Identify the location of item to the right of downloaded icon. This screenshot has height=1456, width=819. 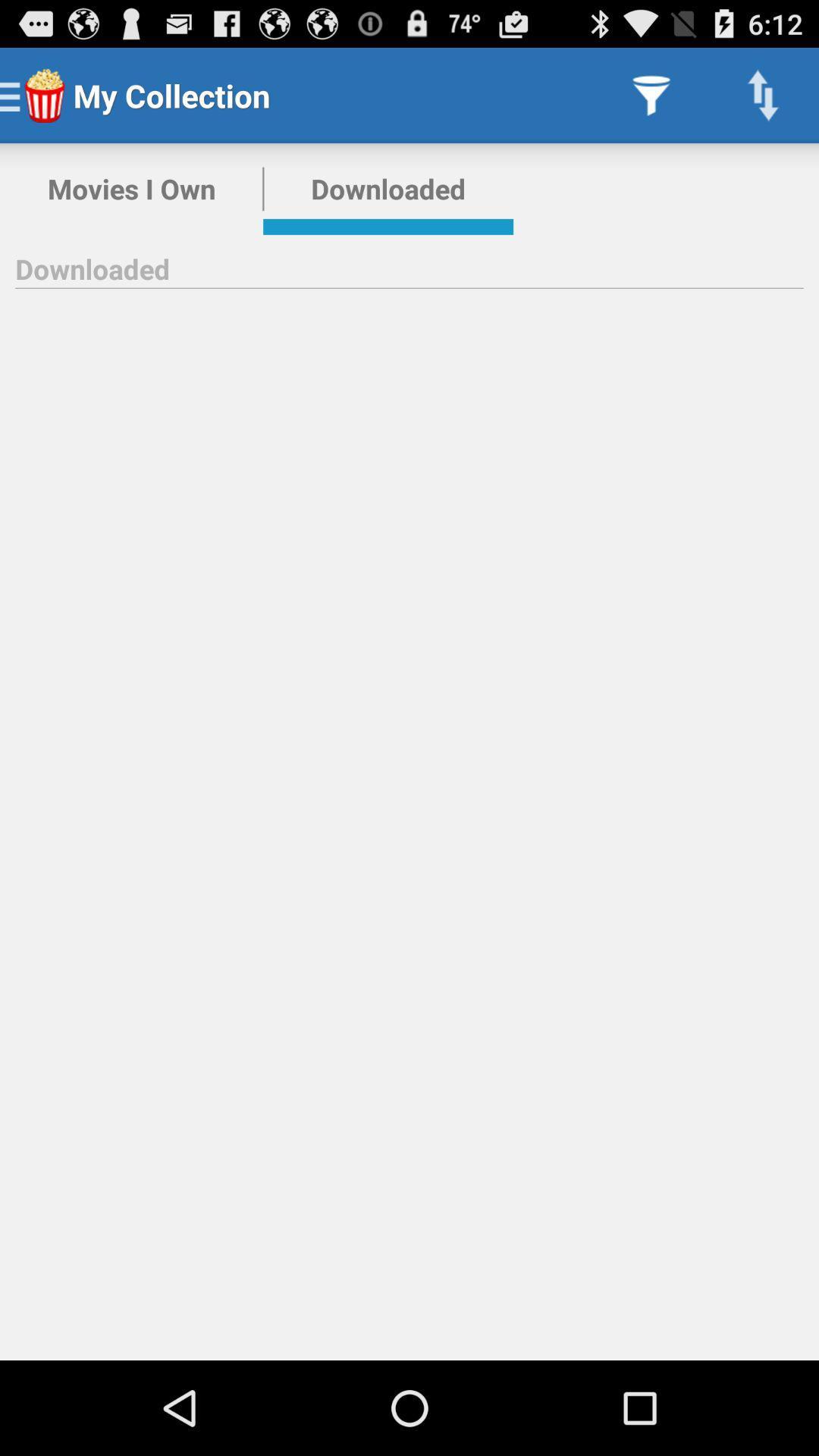
(651, 94).